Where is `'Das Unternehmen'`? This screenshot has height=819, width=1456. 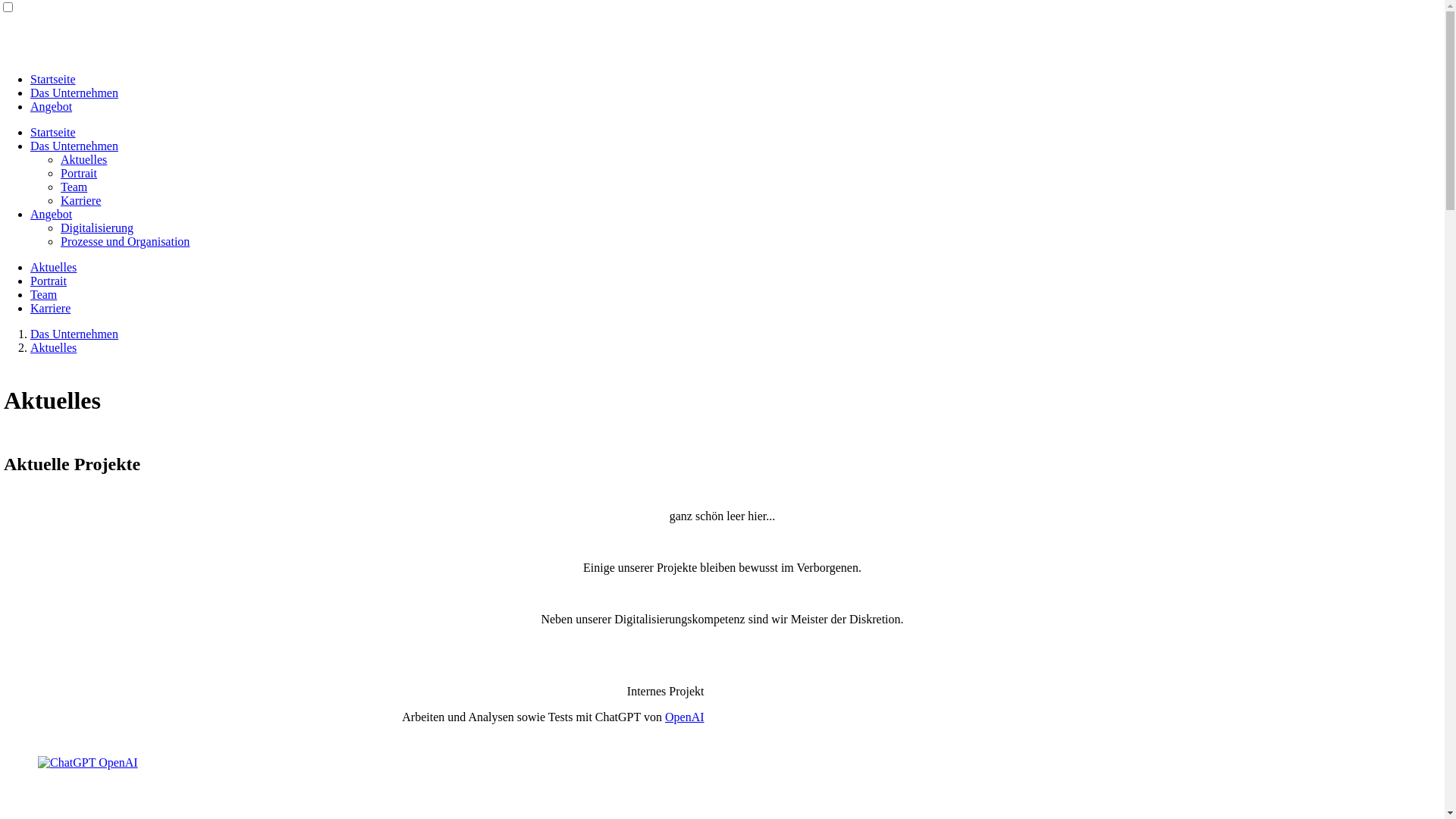
'Das Unternehmen' is located at coordinates (73, 333).